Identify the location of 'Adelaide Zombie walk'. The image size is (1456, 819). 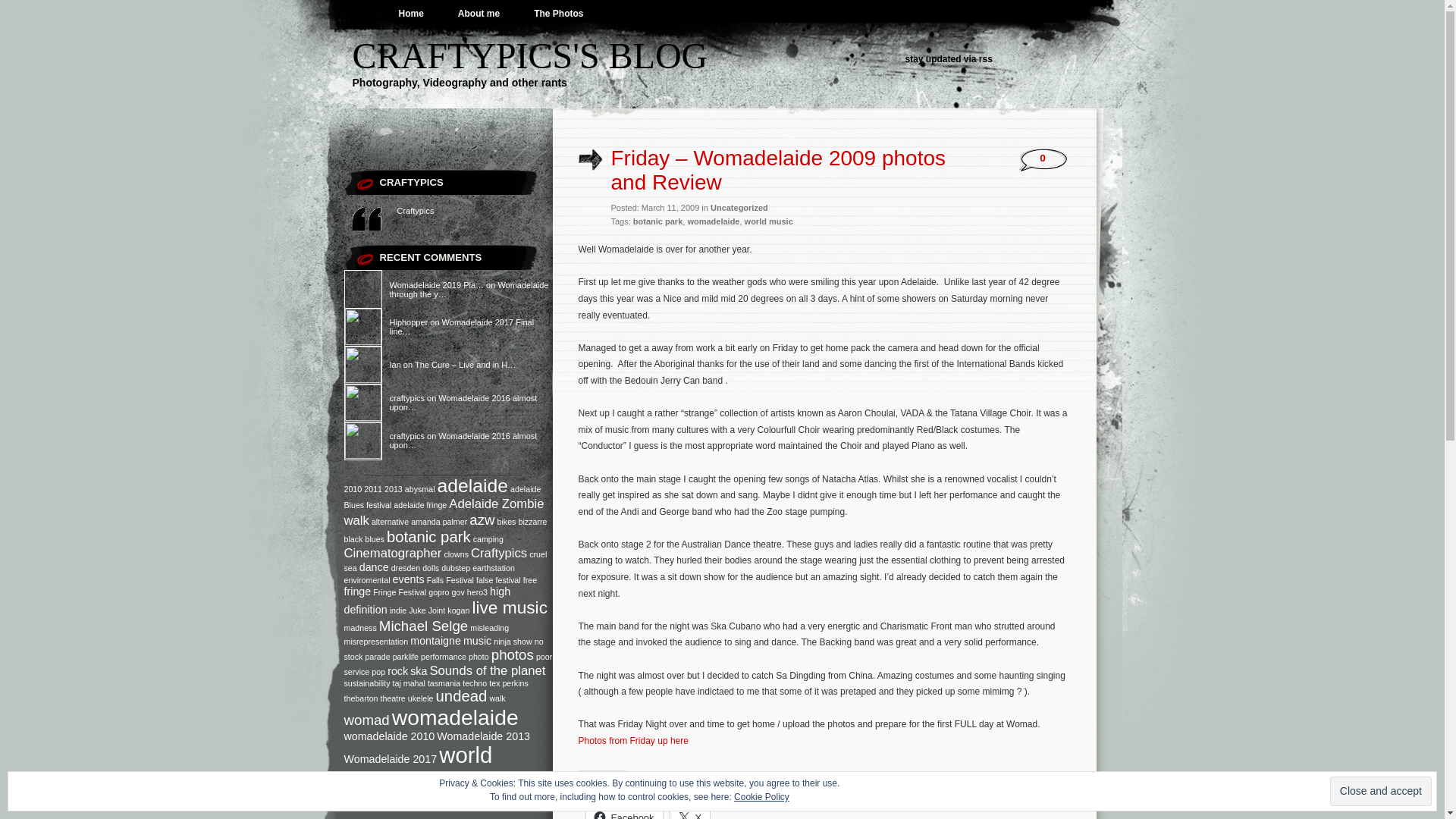
(443, 512).